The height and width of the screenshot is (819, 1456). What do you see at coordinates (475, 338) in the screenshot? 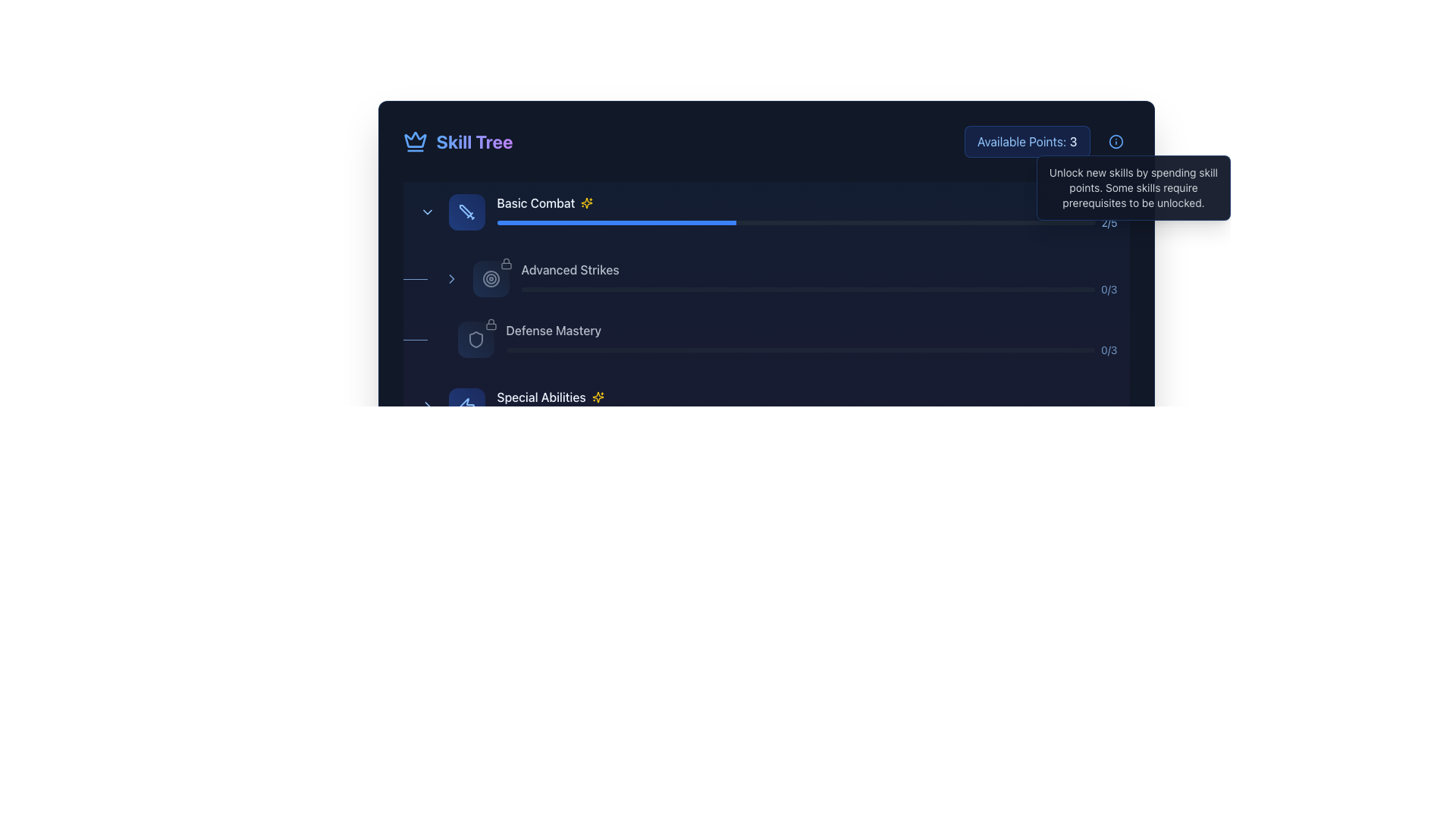
I see `the shield icon with a rounded appearance in the 'Defense Mastery' row of the skill tree interface, which has a grayish-blue gradient background and a lock overlay in the top right corner` at bounding box center [475, 338].